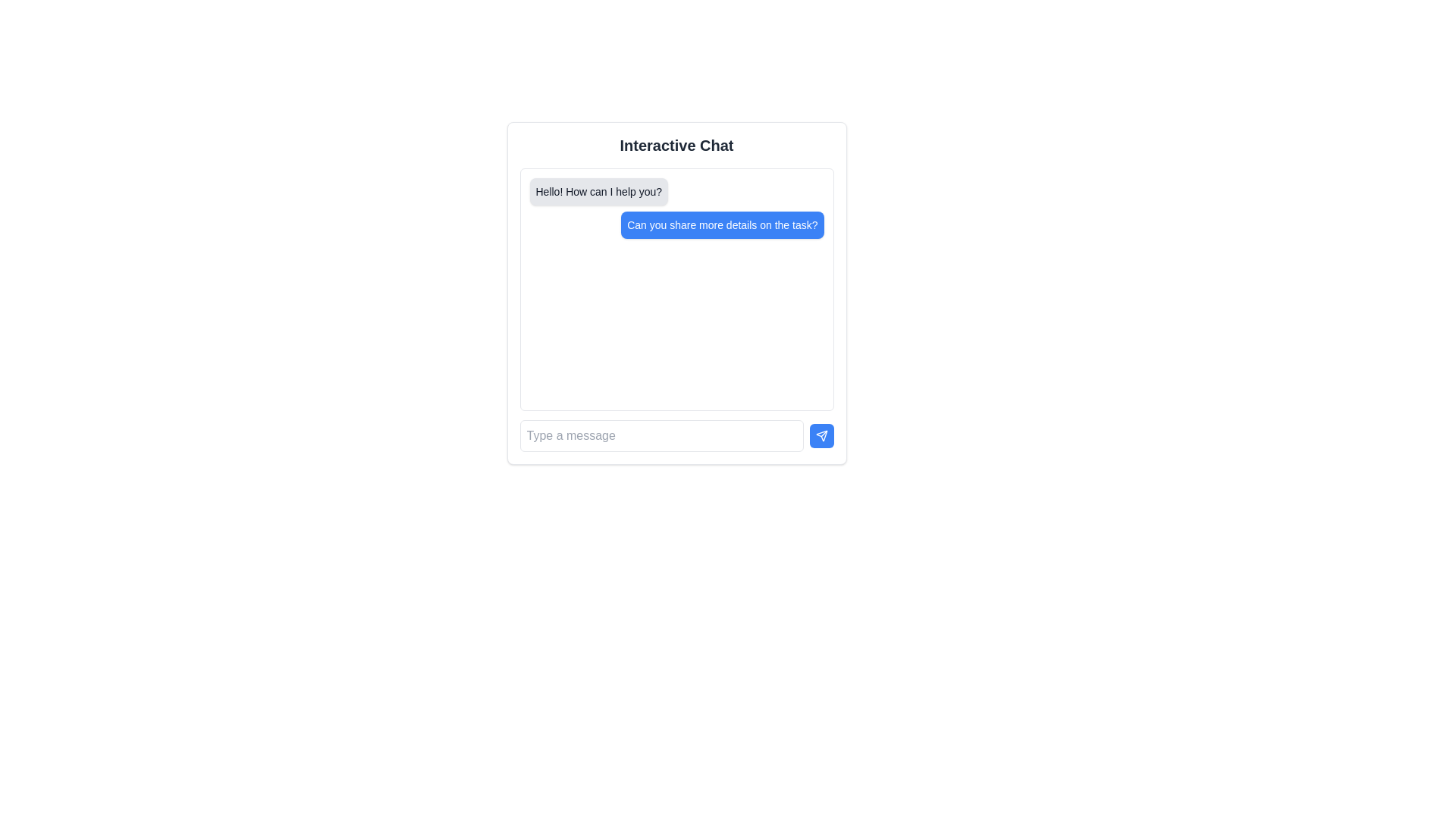 The height and width of the screenshot is (819, 1456). What do you see at coordinates (821, 435) in the screenshot?
I see `the send message icon located on the bottom-right edge of the chat interface` at bounding box center [821, 435].